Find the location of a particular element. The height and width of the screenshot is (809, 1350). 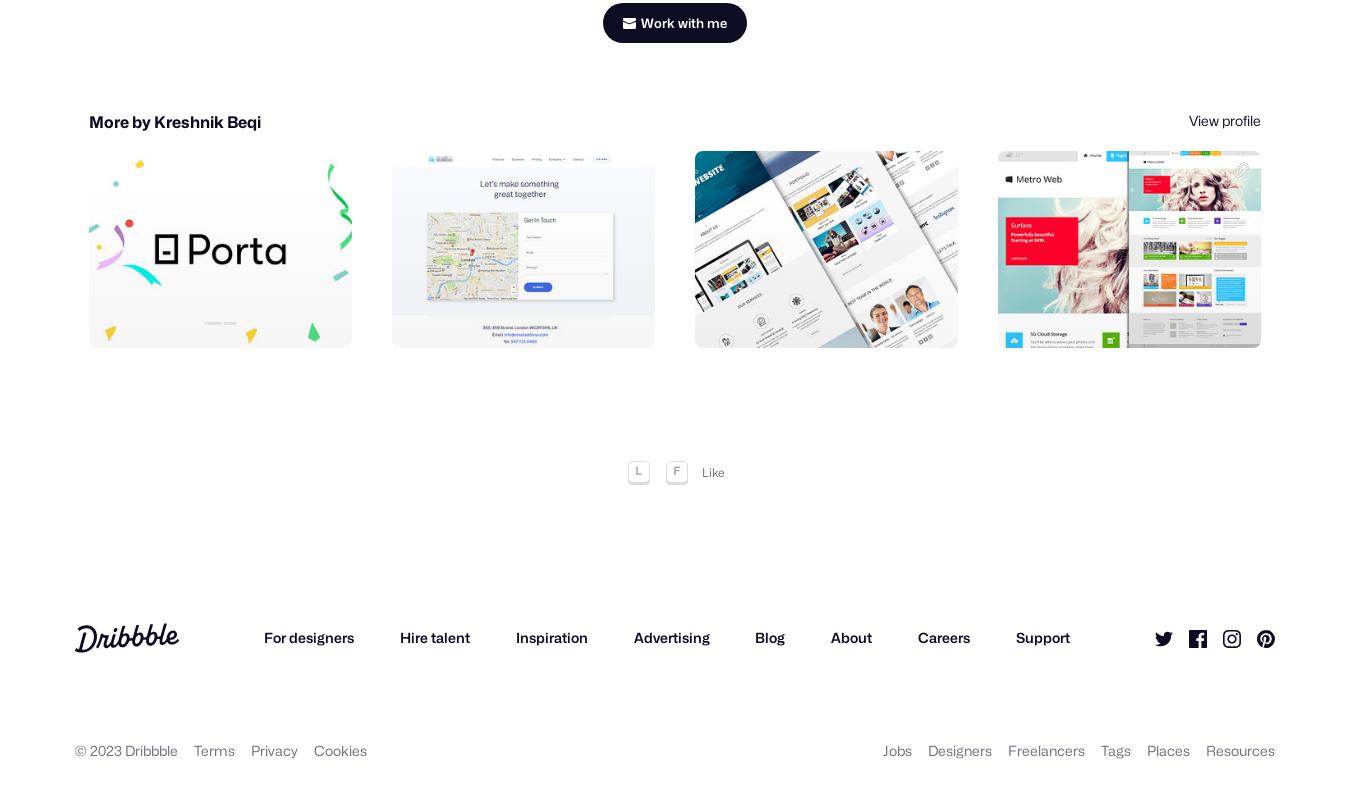

'Freelancers' is located at coordinates (1046, 755).